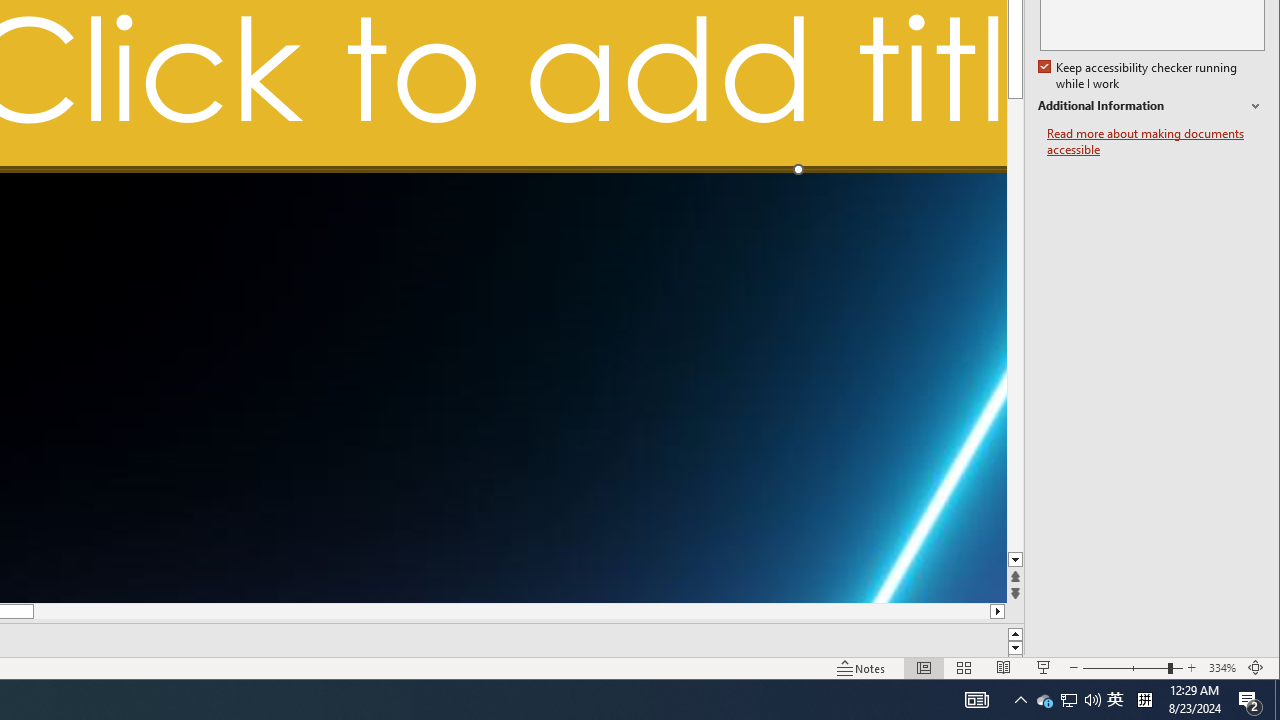 The height and width of the screenshot is (720, 1280). I want to click on 'Zoom 334%', so click(1221, 668).